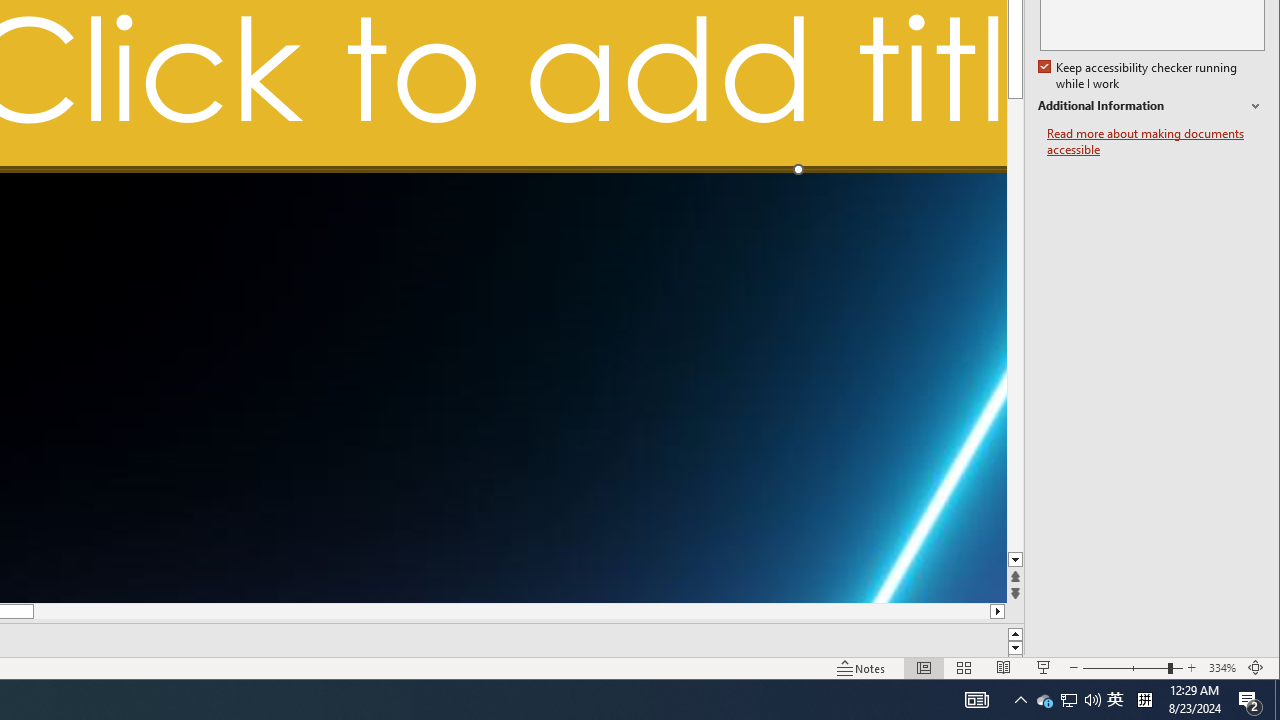 The height and width of the screenshot is (720, 1280). I want to click on 'Zoom 334%', so click(1221, 668).